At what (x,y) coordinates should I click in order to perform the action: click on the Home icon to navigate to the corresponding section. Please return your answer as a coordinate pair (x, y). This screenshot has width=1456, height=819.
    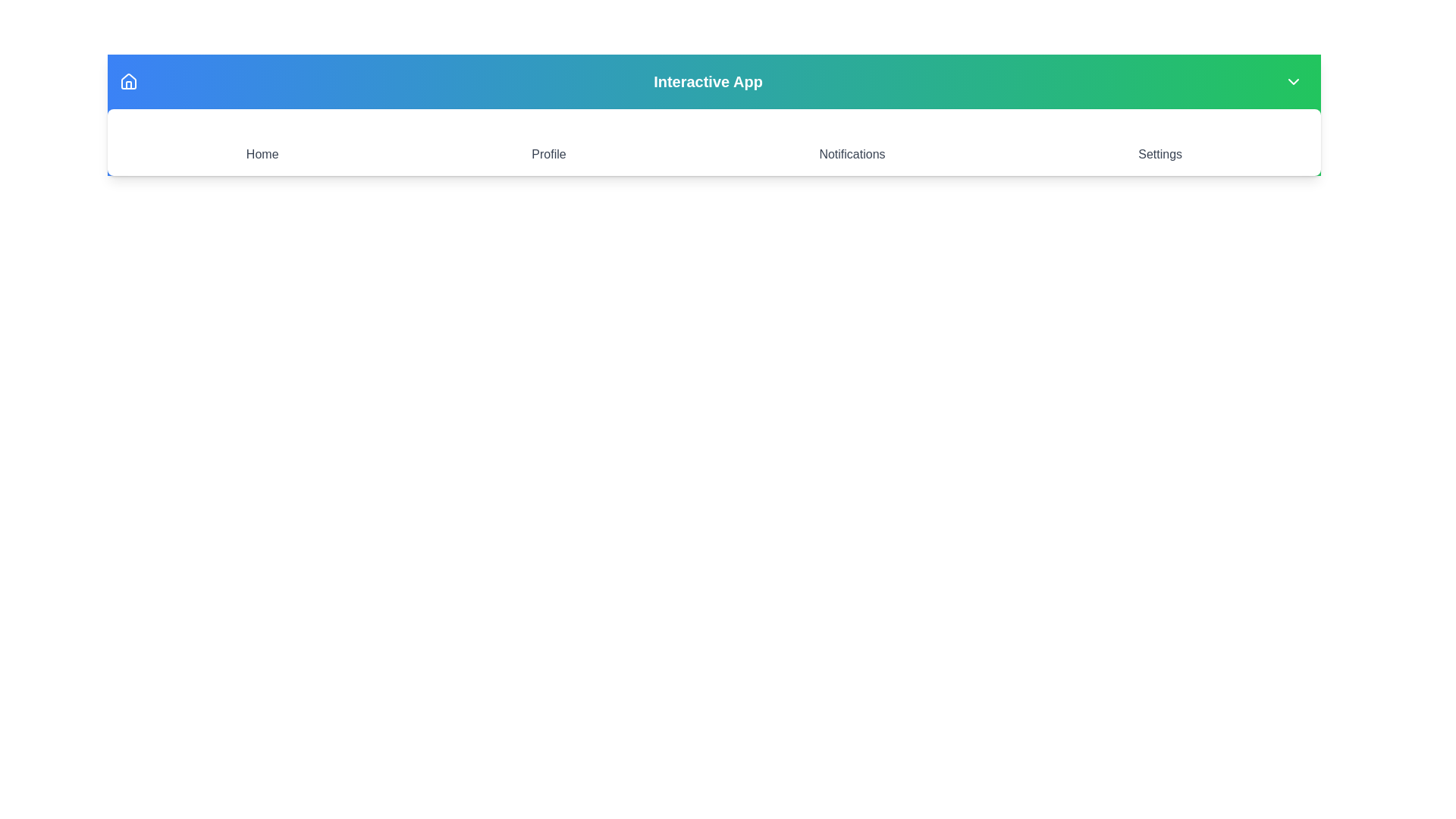
    Looking at the image, I should click on (262, 143).